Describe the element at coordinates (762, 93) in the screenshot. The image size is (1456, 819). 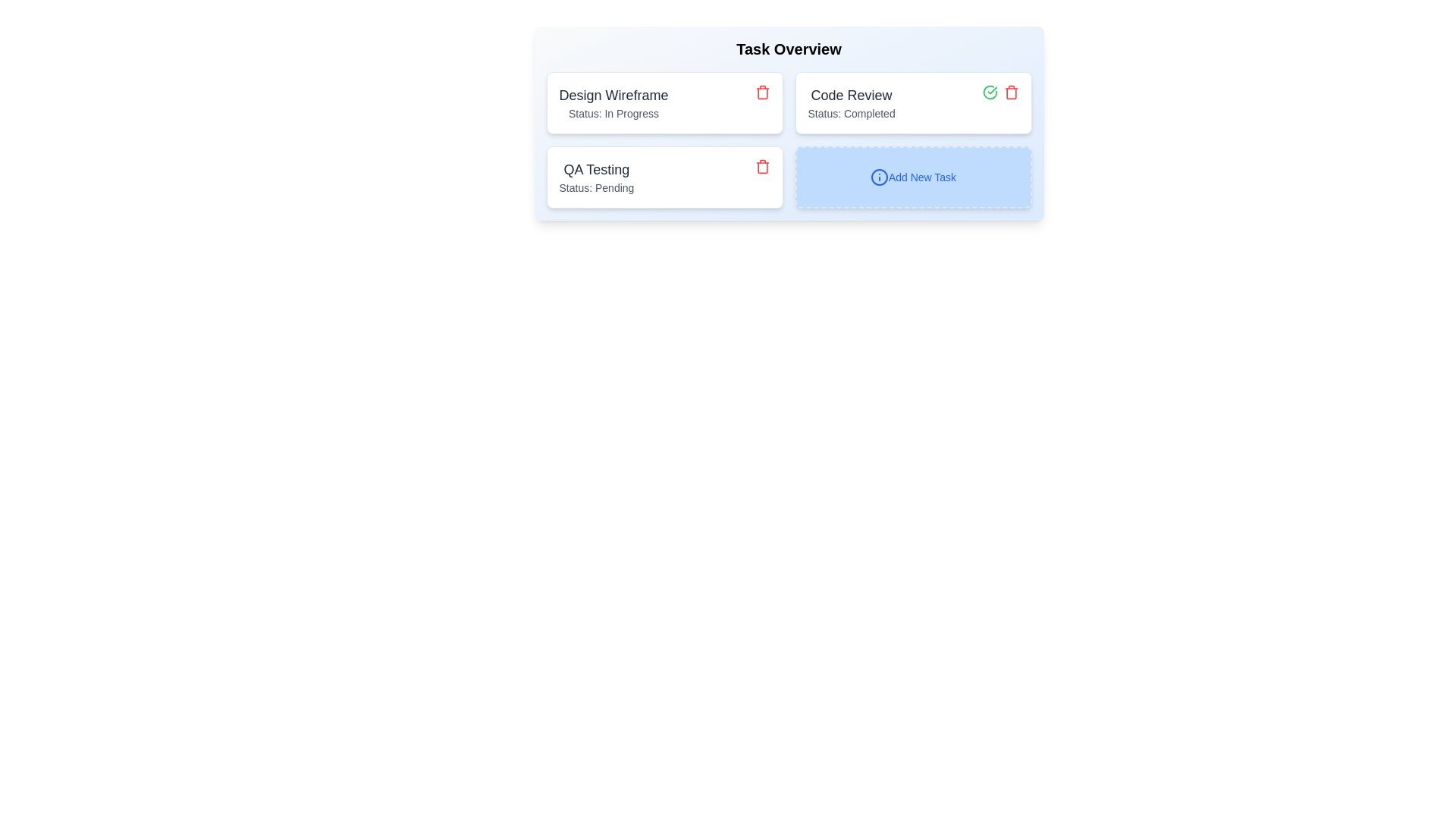
I see `the trash icon for the task titled 'Design Wireframe' to remove it` at that location.